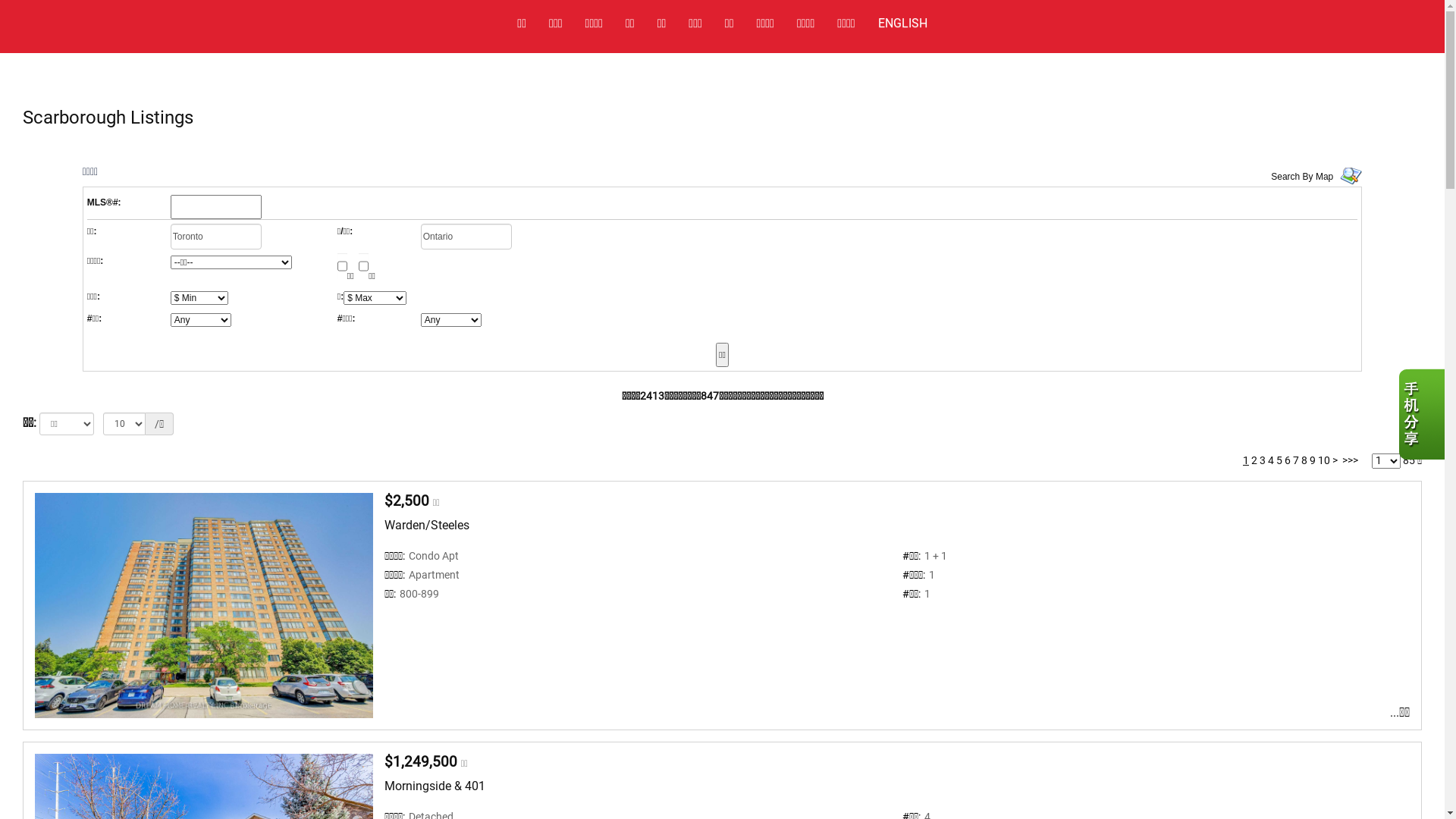  I want to click on '7', so click(1291, 459).